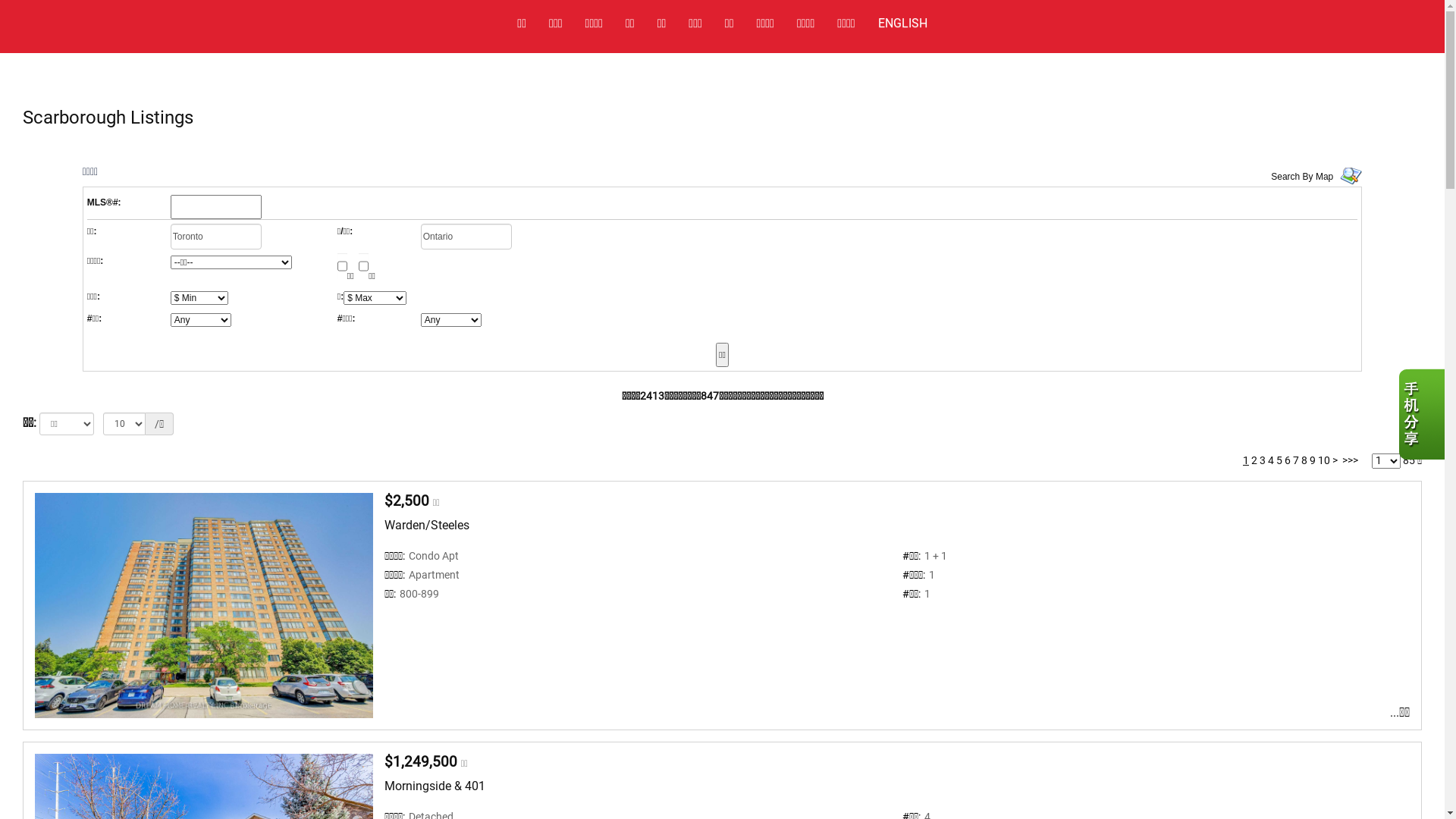  I want to click on '7', so click(1291, 459).